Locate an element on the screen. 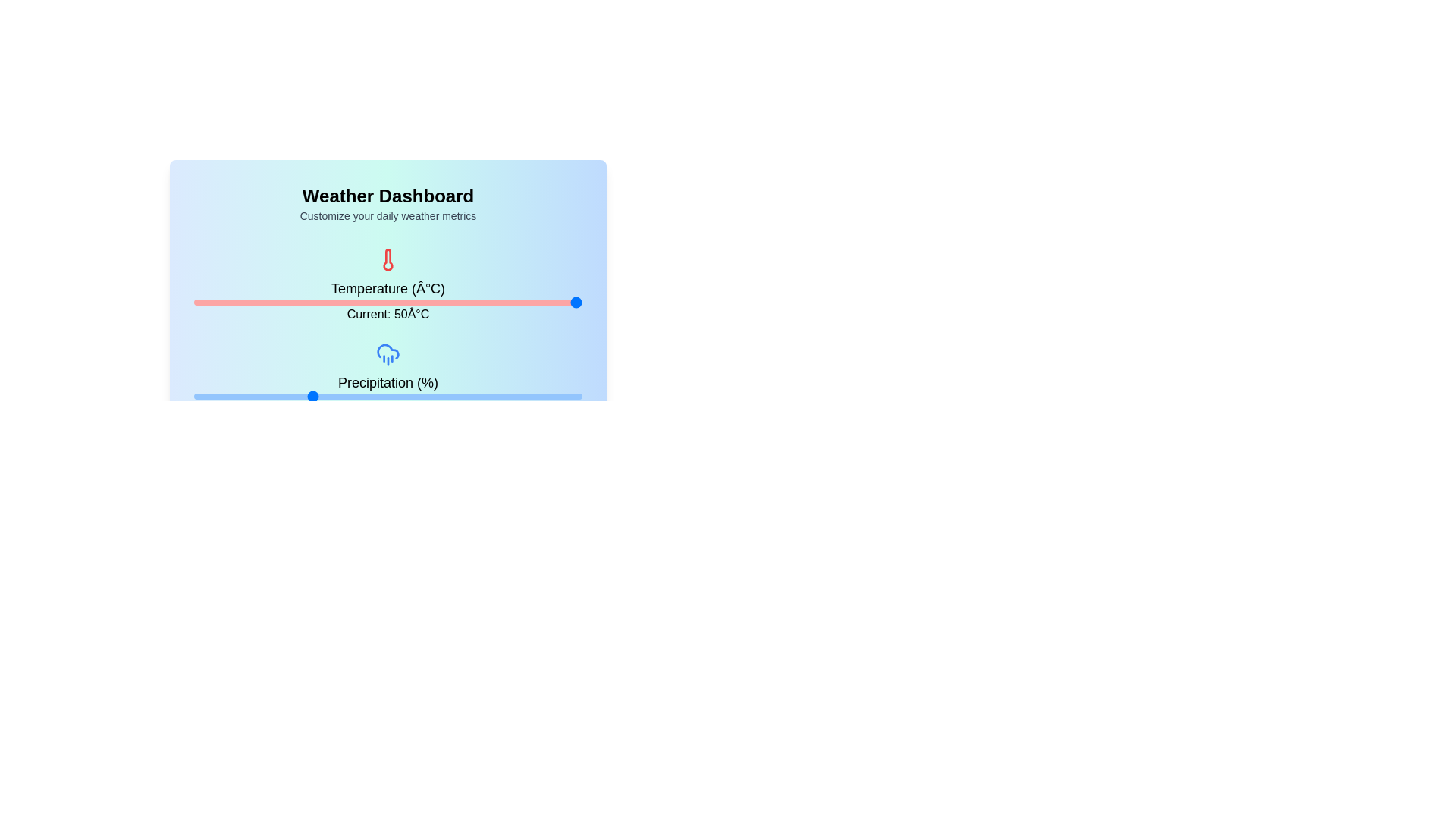 This screenshot has width=1456, height=819. temperature is located at coordinates (521, 302).